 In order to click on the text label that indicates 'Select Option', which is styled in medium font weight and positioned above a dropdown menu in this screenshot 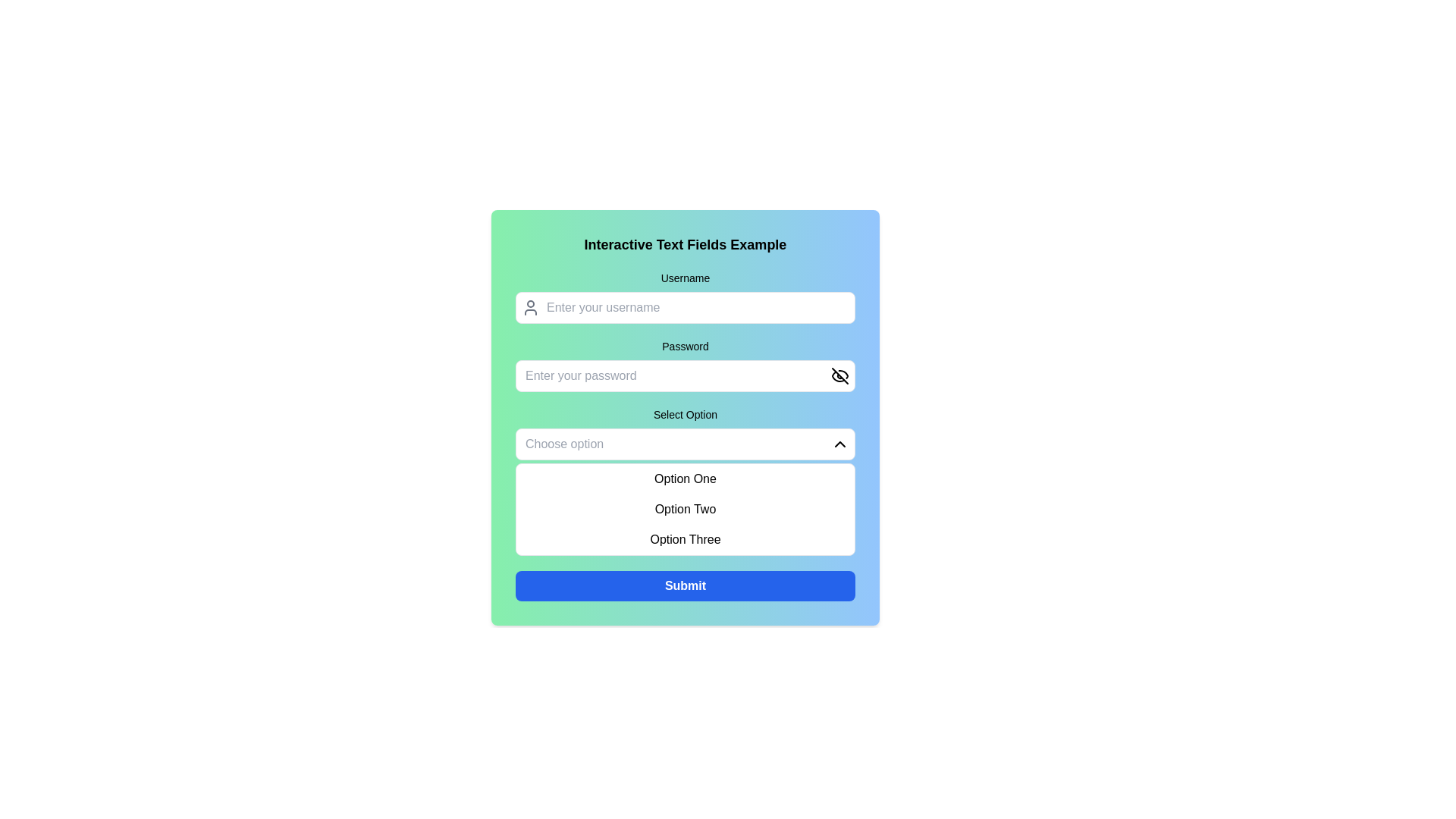, I will do `click(684, 415)`.